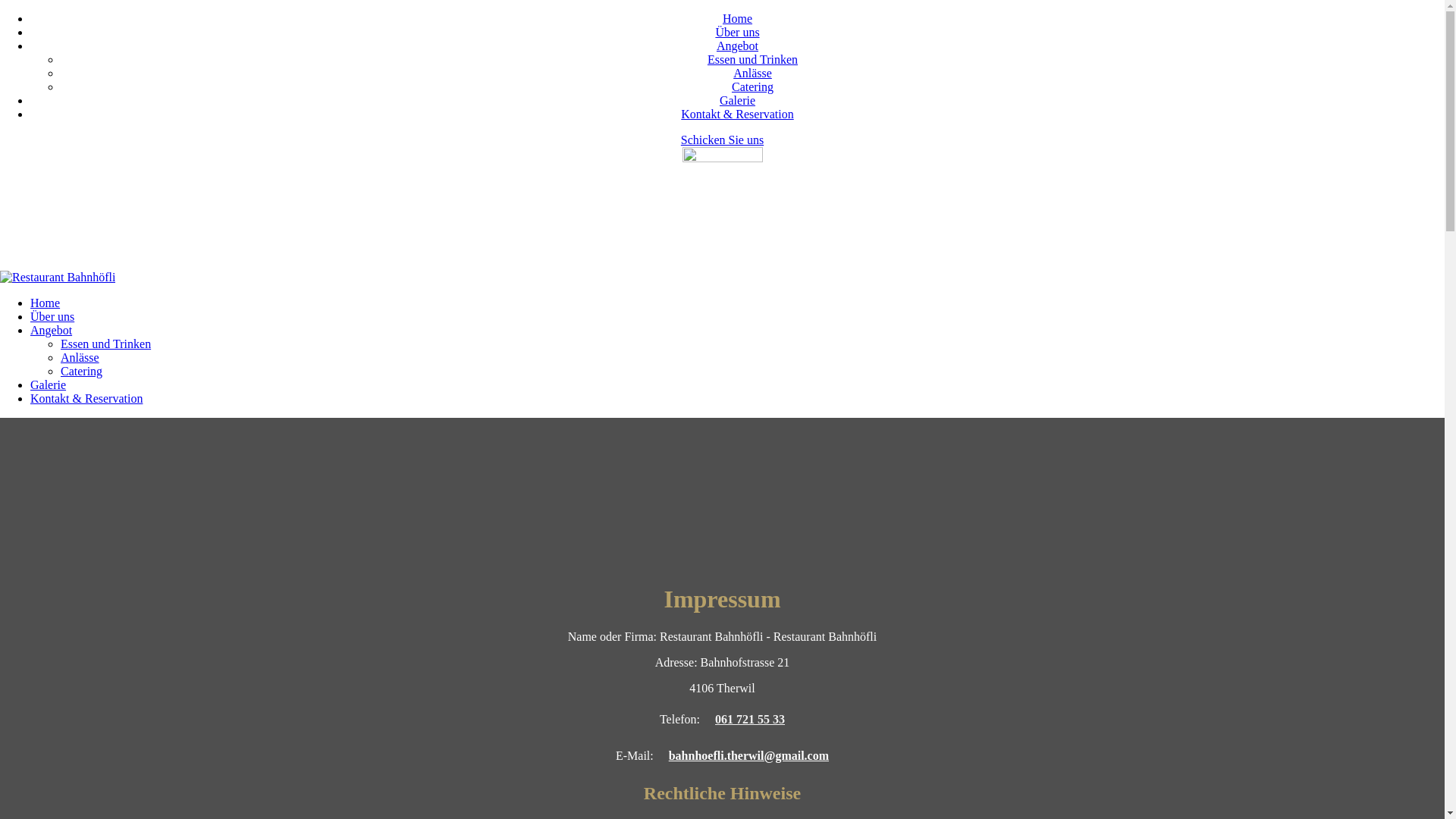 The height and width of the screenshot is (819, 1456). I want to click on 'Schicken Sie uns', so click(721, 140).